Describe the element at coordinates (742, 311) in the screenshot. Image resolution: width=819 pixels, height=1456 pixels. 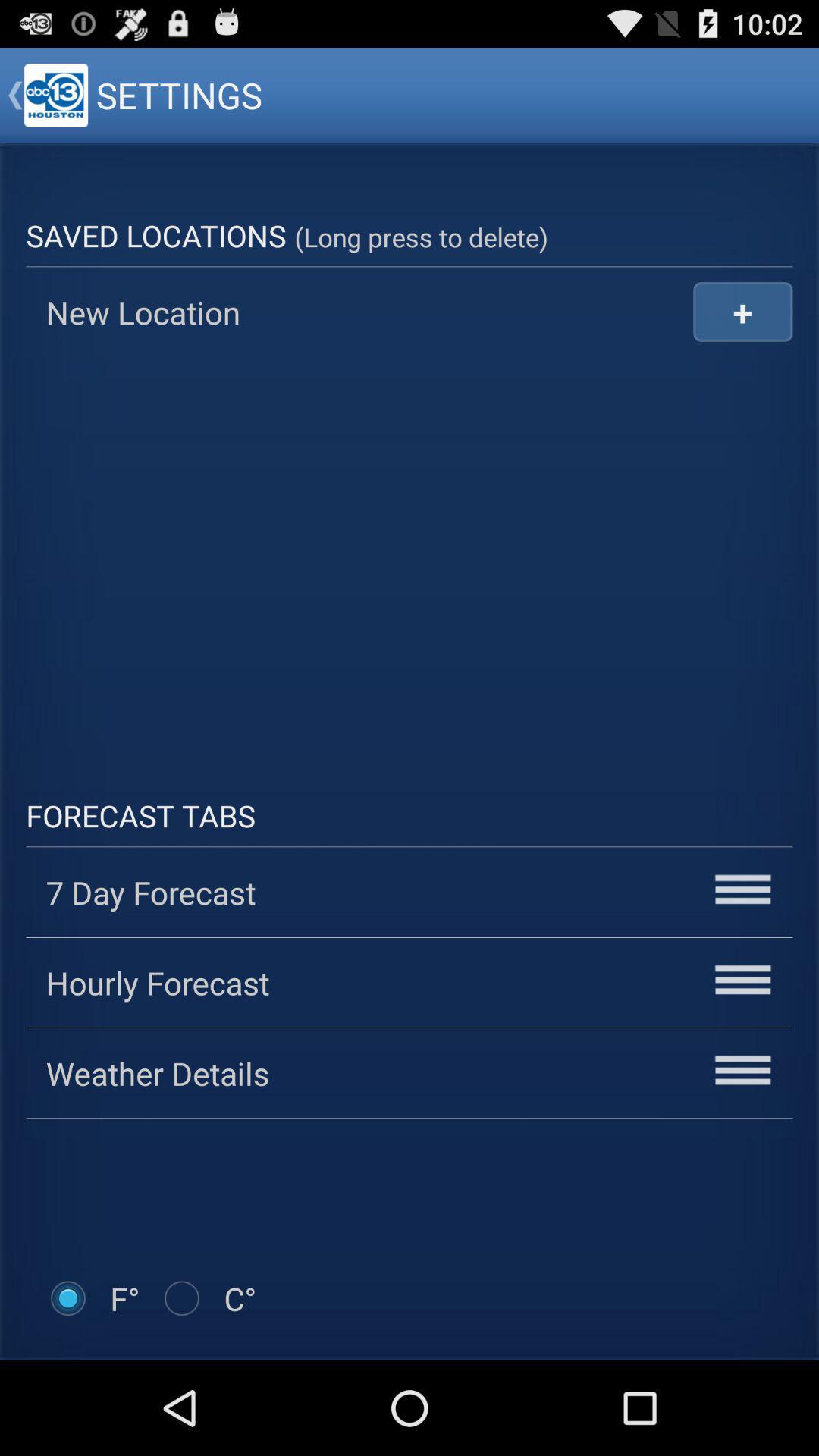
I see `the icon at the top right corner` at that location.